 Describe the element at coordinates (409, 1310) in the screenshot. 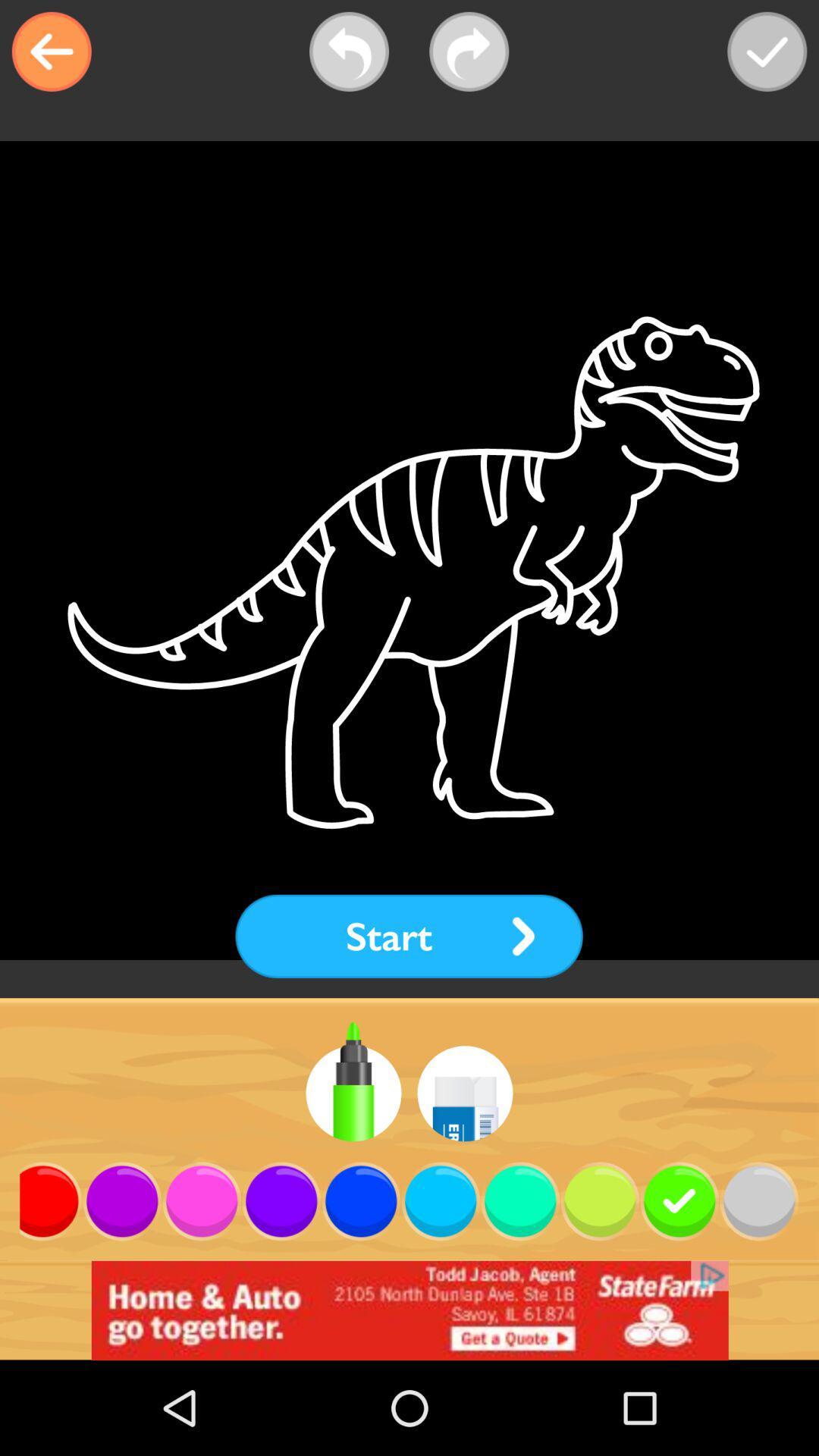

I see `open an advertisement` at that location.